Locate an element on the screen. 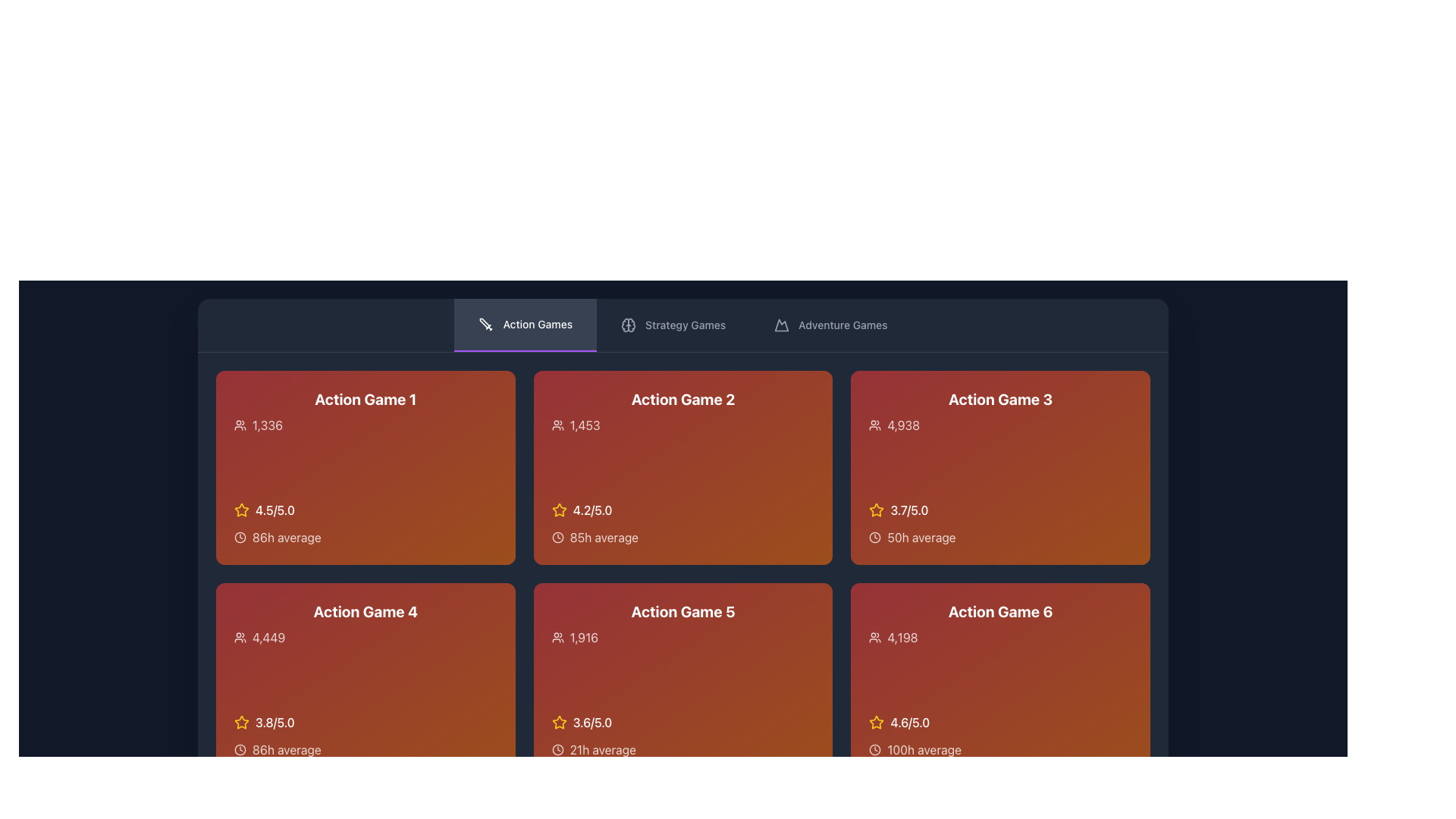  the title text of the first card in the game list, which is located at the top center of the card and serves as the heading for the game is located at coordinates (366, 399).